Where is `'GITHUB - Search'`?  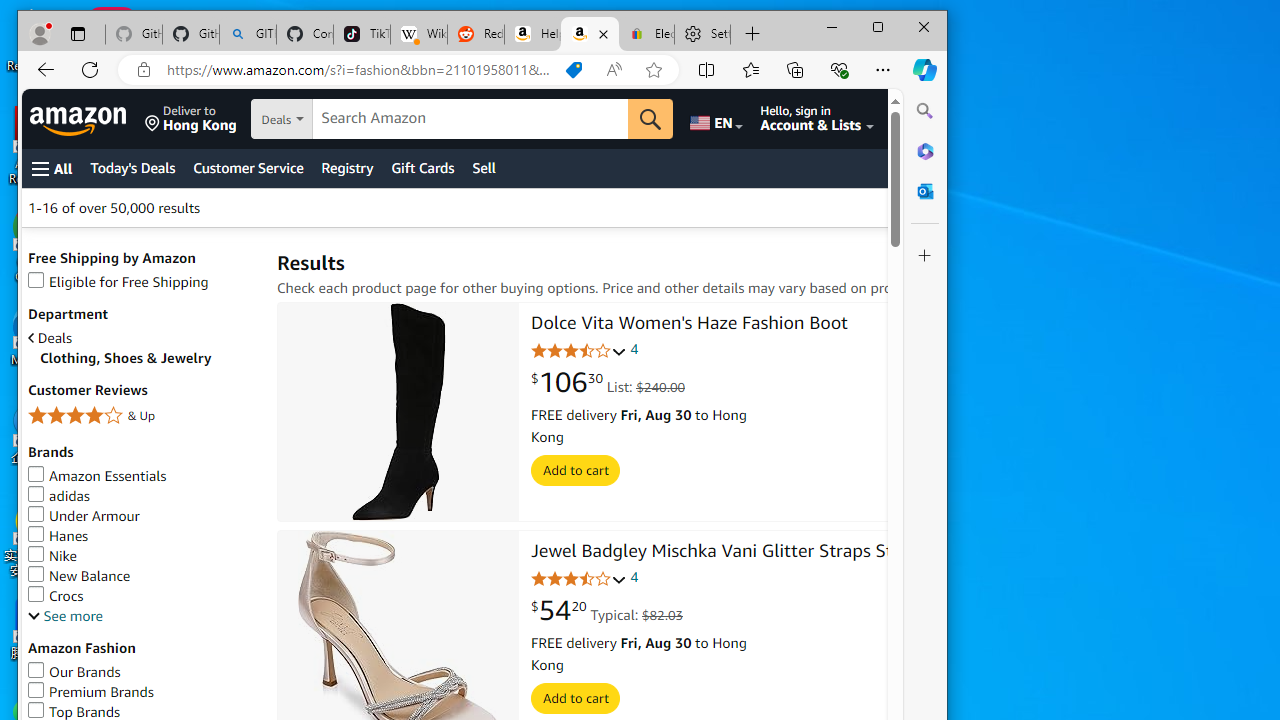 'GITHUB - Search' is located at coordinates (247, 34).